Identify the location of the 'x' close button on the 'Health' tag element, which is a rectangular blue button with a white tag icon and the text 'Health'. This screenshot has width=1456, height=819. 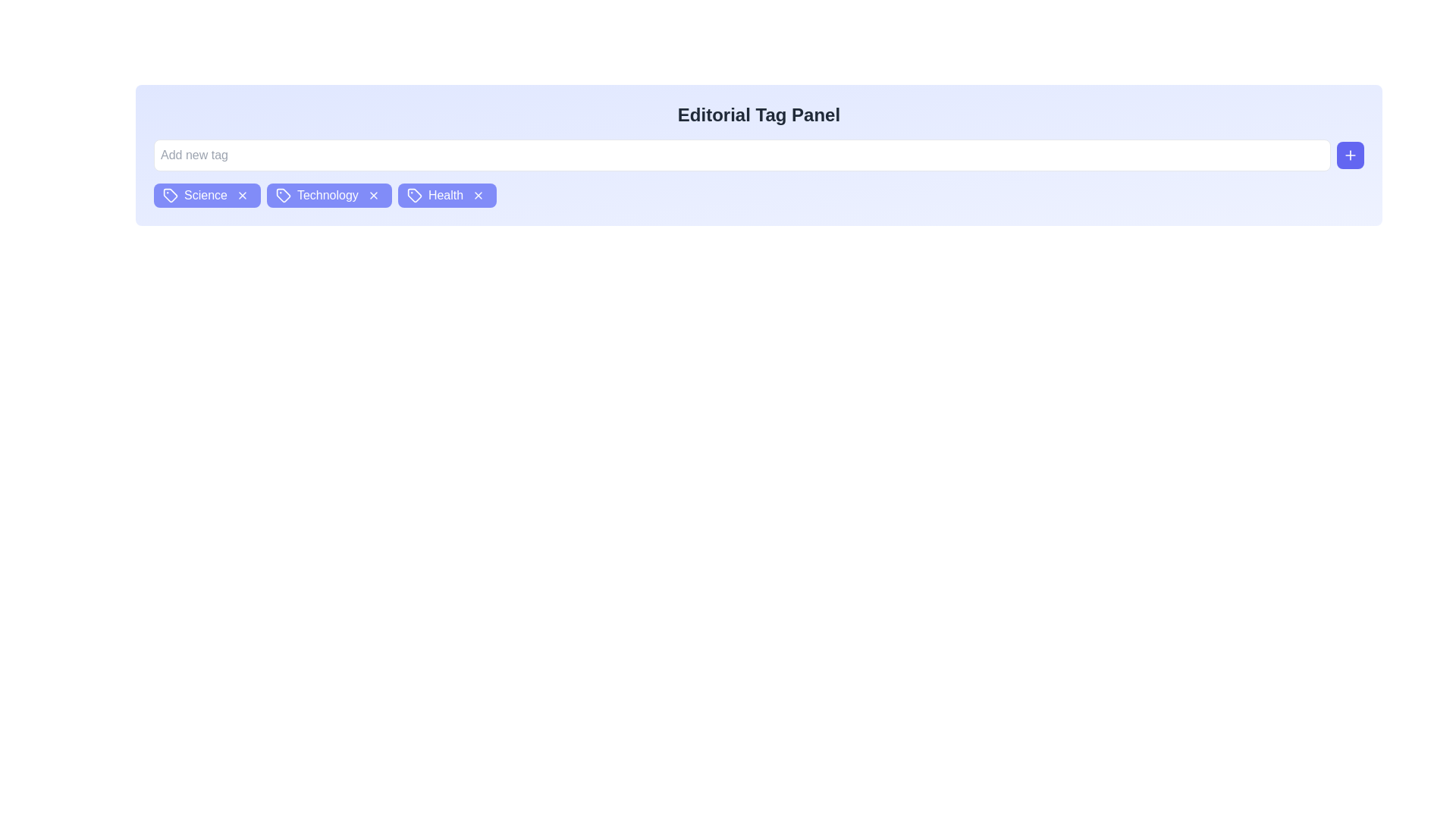
(447, 195).